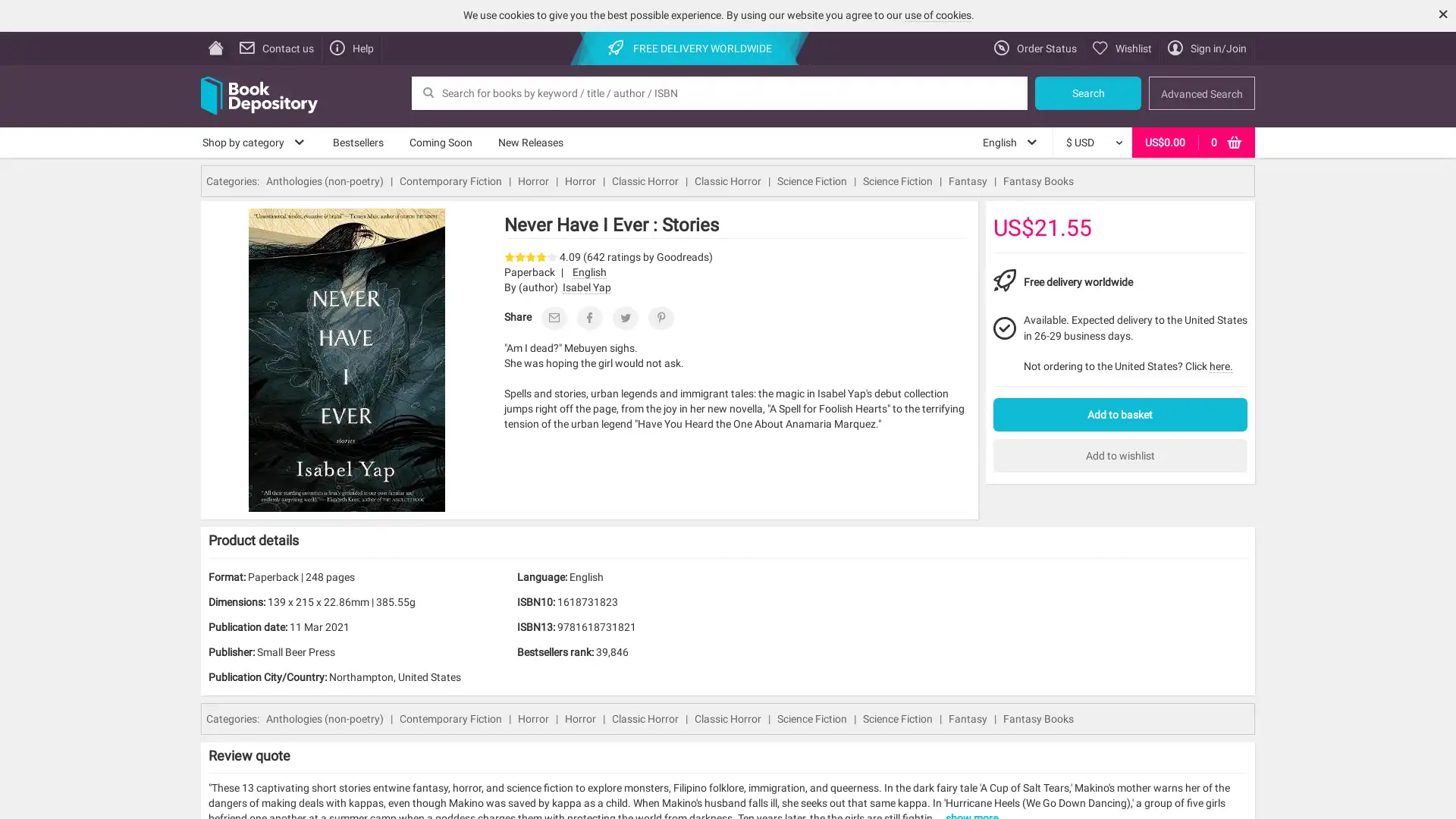 Image resolution: width=1456 pixels, height=819 pixels. I want to click on Search, so click(1087, 93).